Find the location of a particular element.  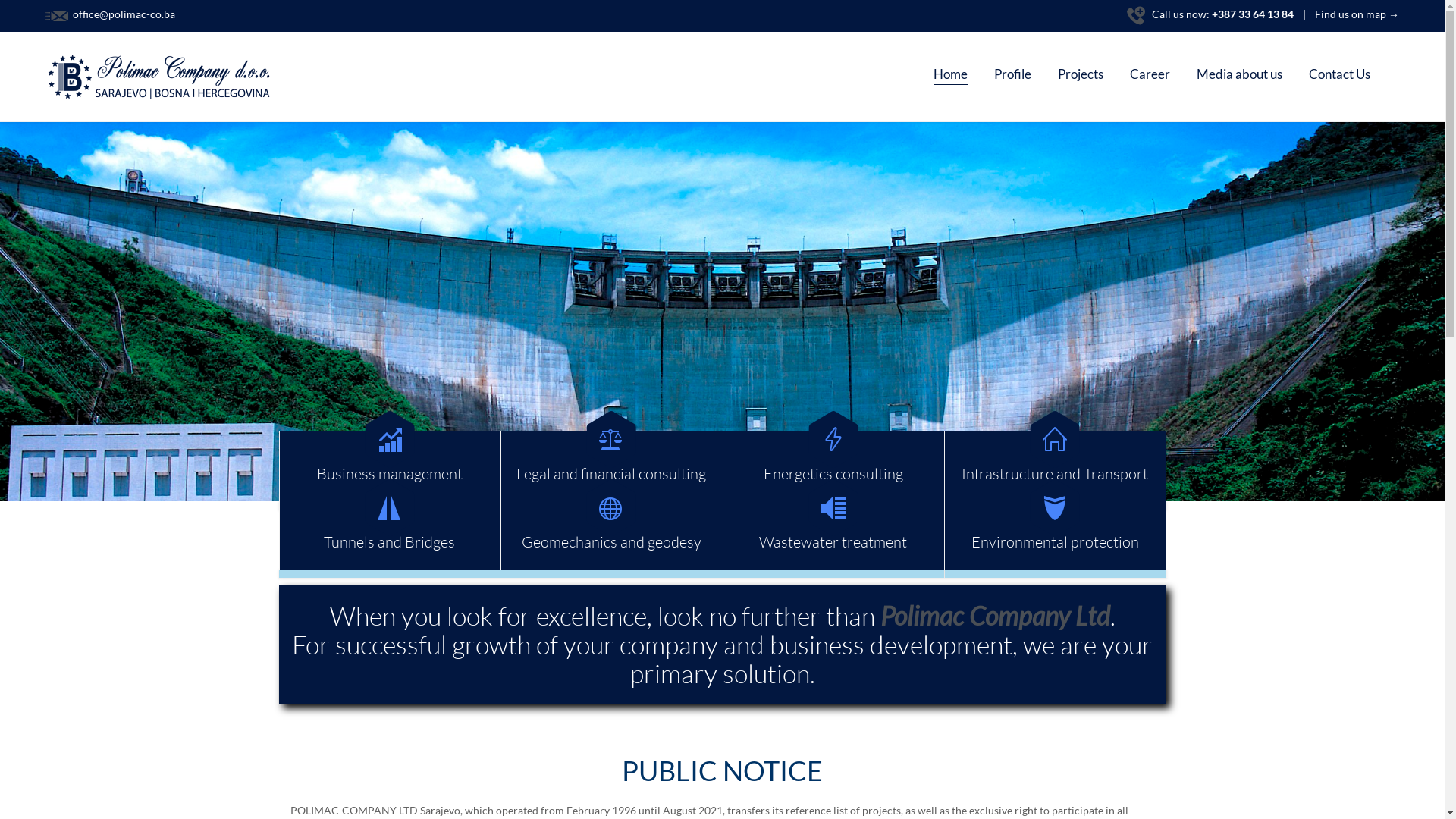

'Projects' is located at coordinates (1080, 76).